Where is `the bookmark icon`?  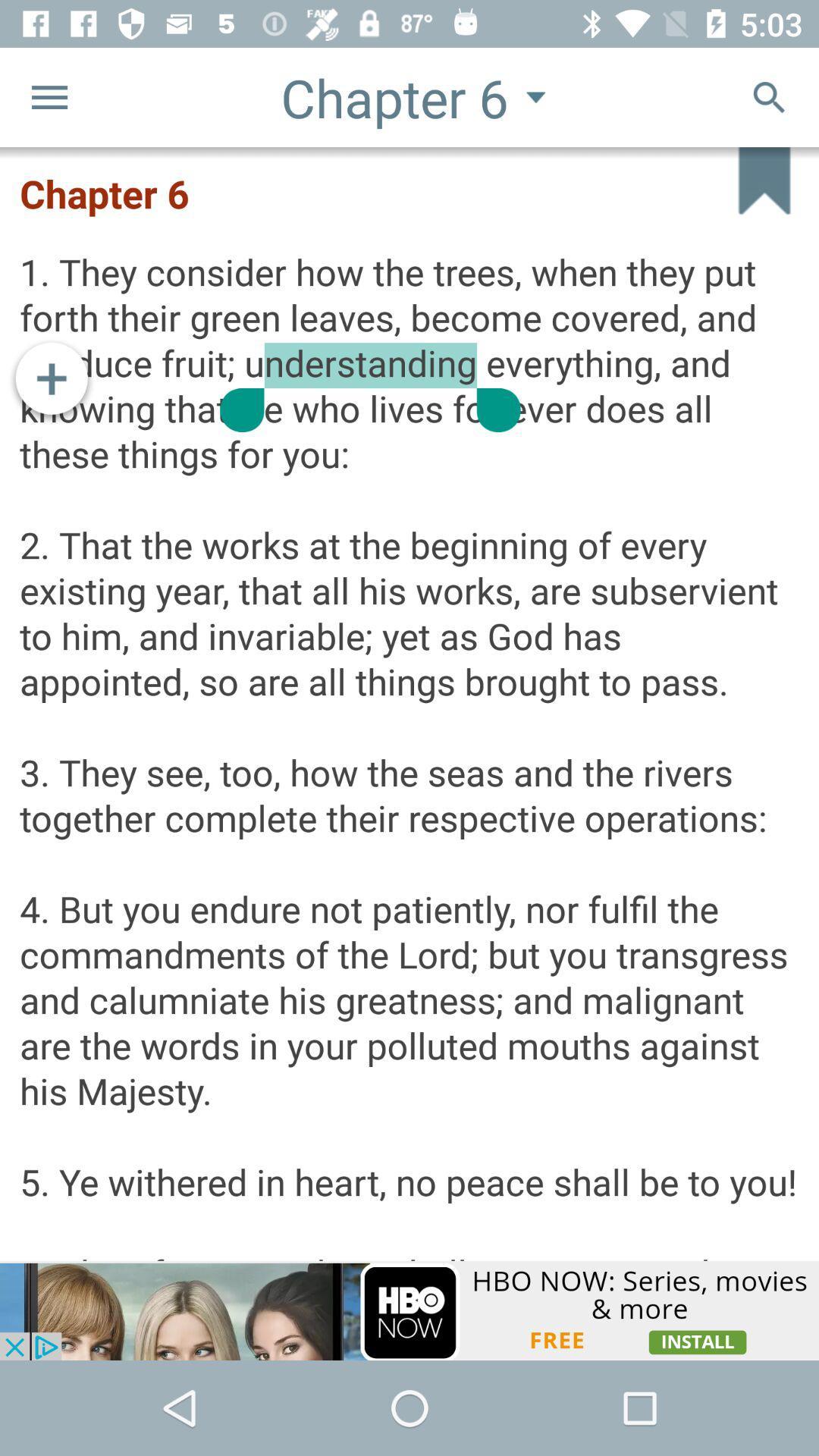 the bookmark icon is located at coordinates (748, 196).